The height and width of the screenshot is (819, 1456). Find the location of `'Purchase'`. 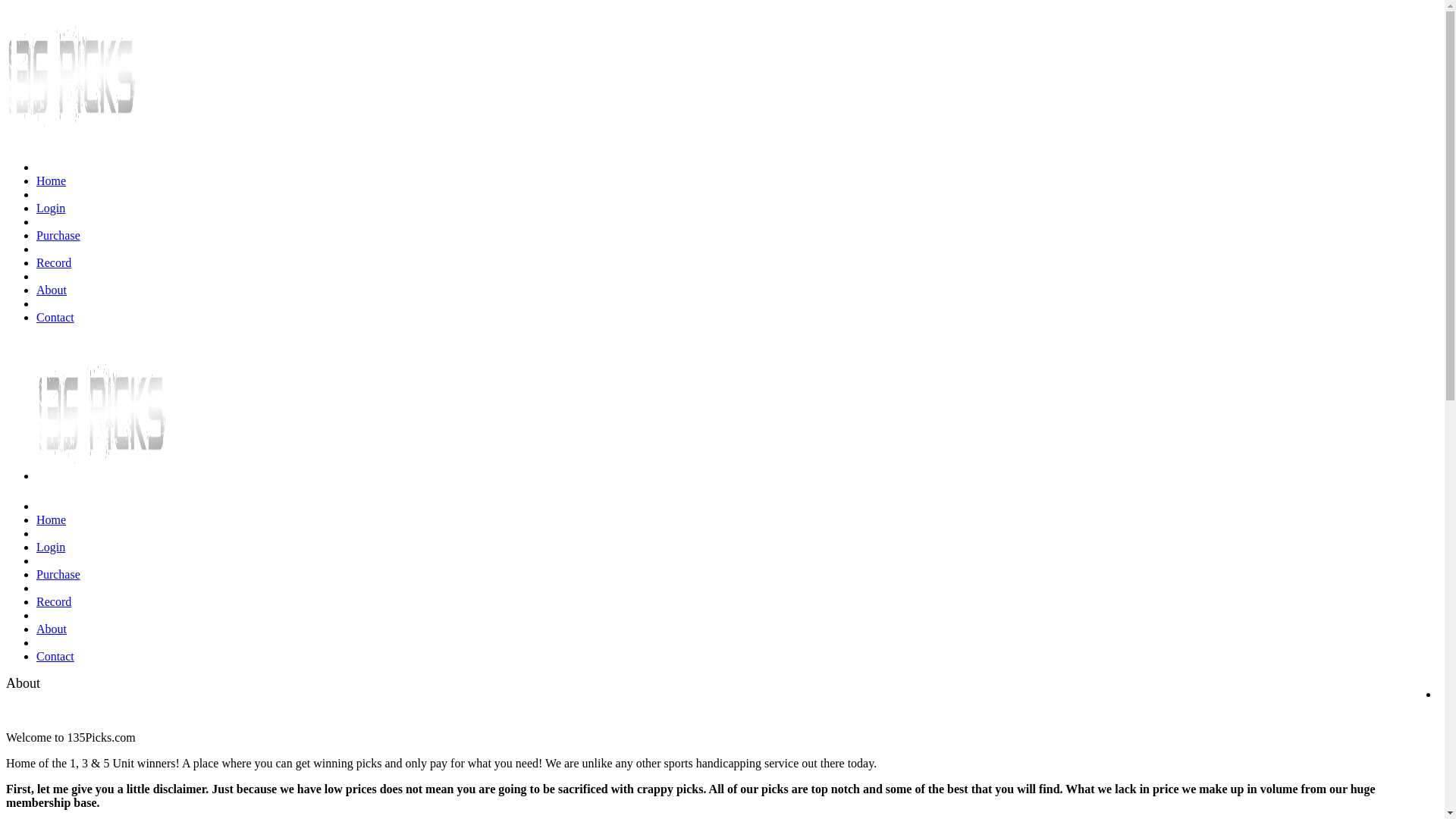

'Purchase' is located at coordinates (58, 235).